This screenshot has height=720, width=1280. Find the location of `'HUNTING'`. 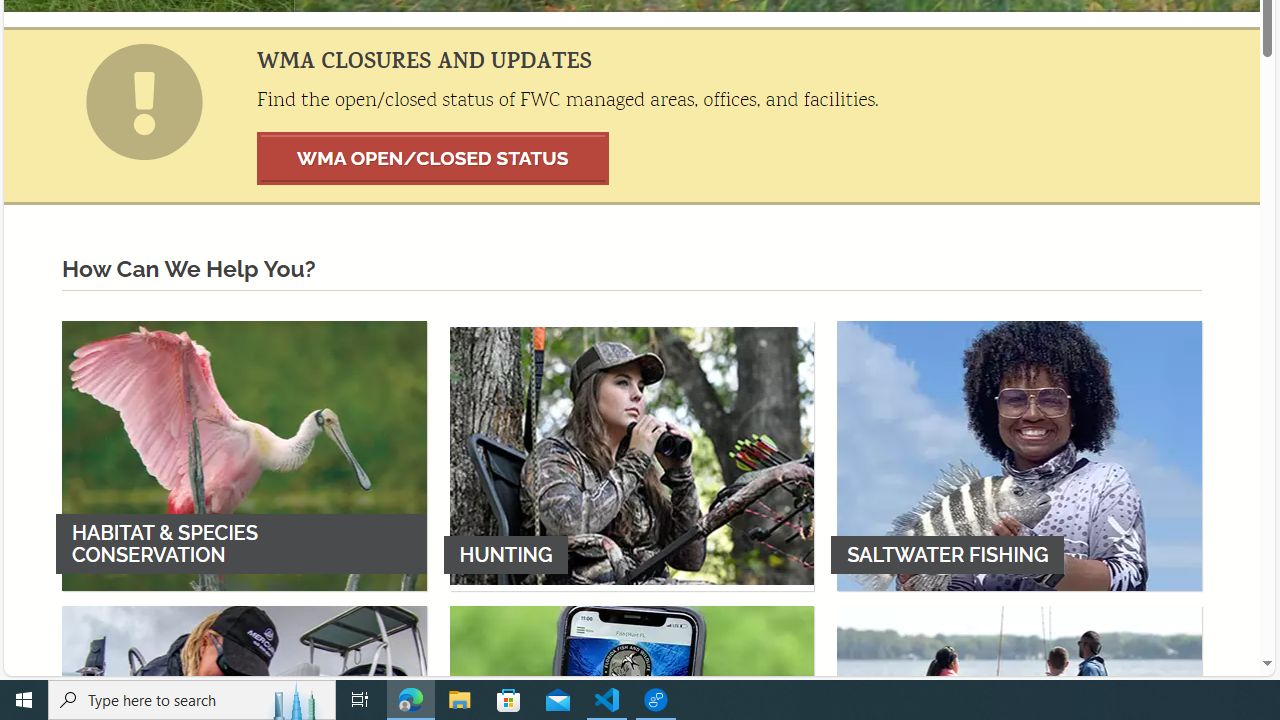

'HUNTING' is located at coordinates (631, 455).